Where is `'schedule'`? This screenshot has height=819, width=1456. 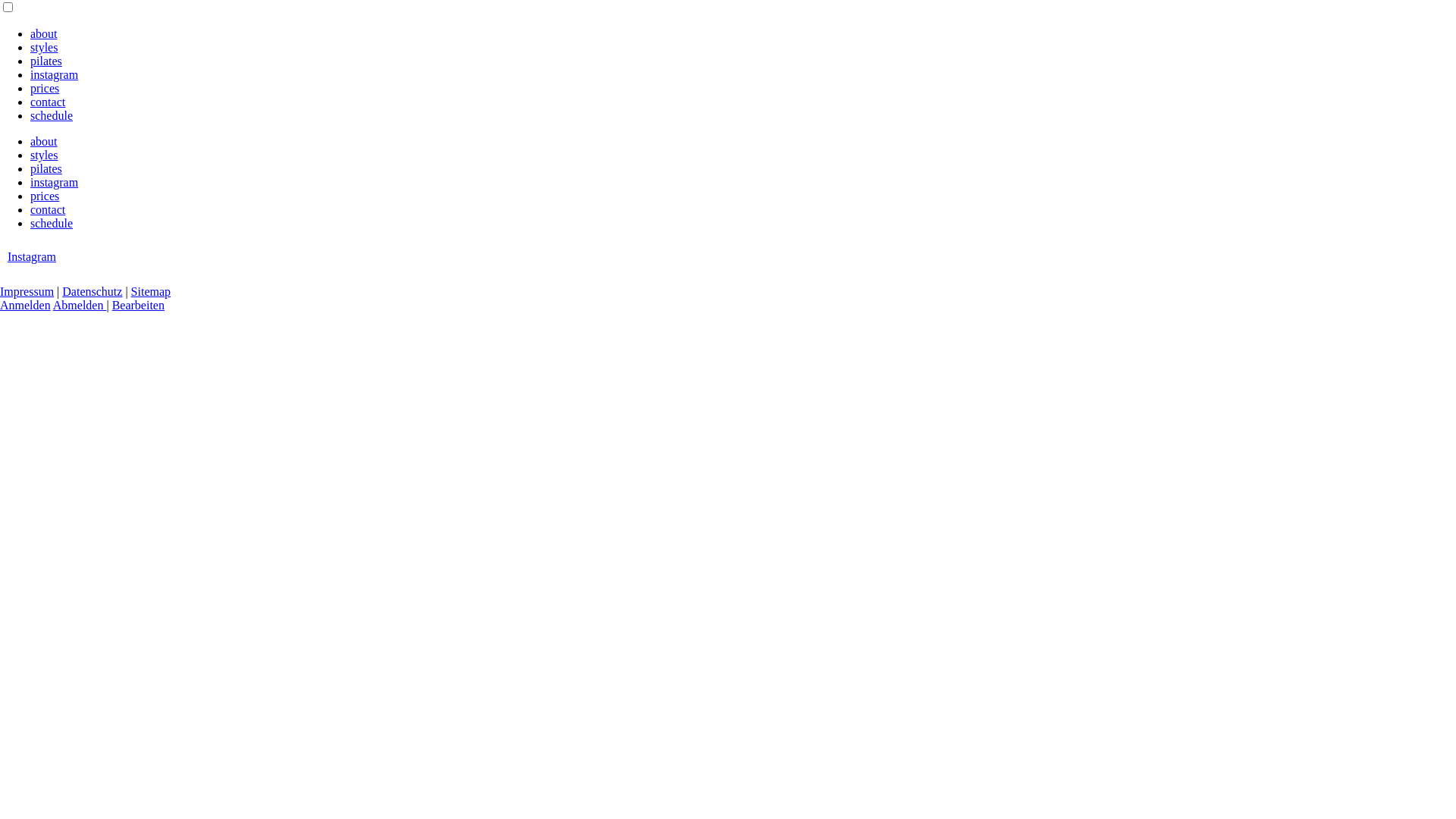 'schedule' is located at coordinates (51, 223).